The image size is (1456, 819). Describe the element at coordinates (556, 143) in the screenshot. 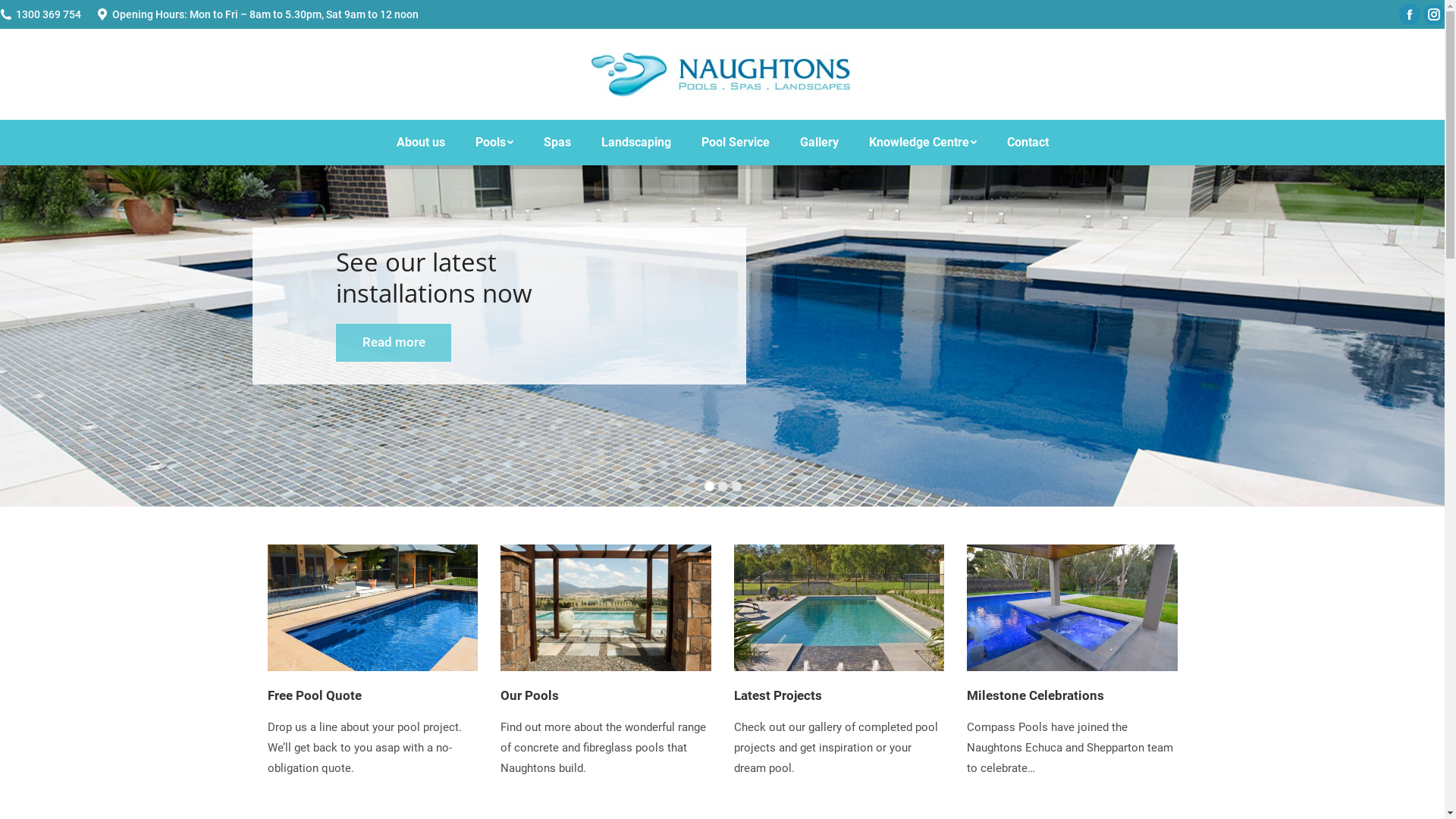

I see `'Spas'` at that location.